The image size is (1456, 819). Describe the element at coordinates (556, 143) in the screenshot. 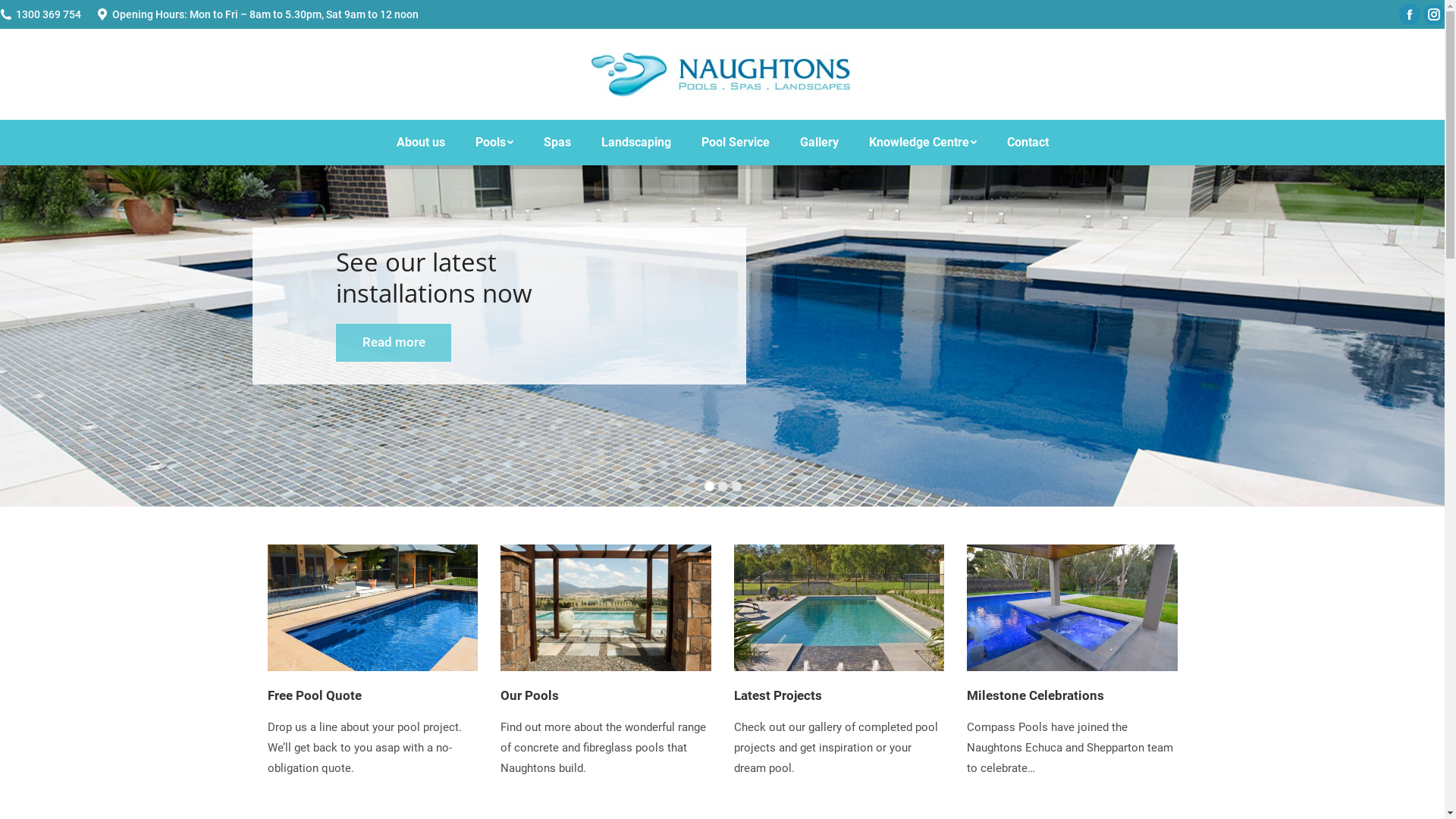

I see `'Spas'` at that location.